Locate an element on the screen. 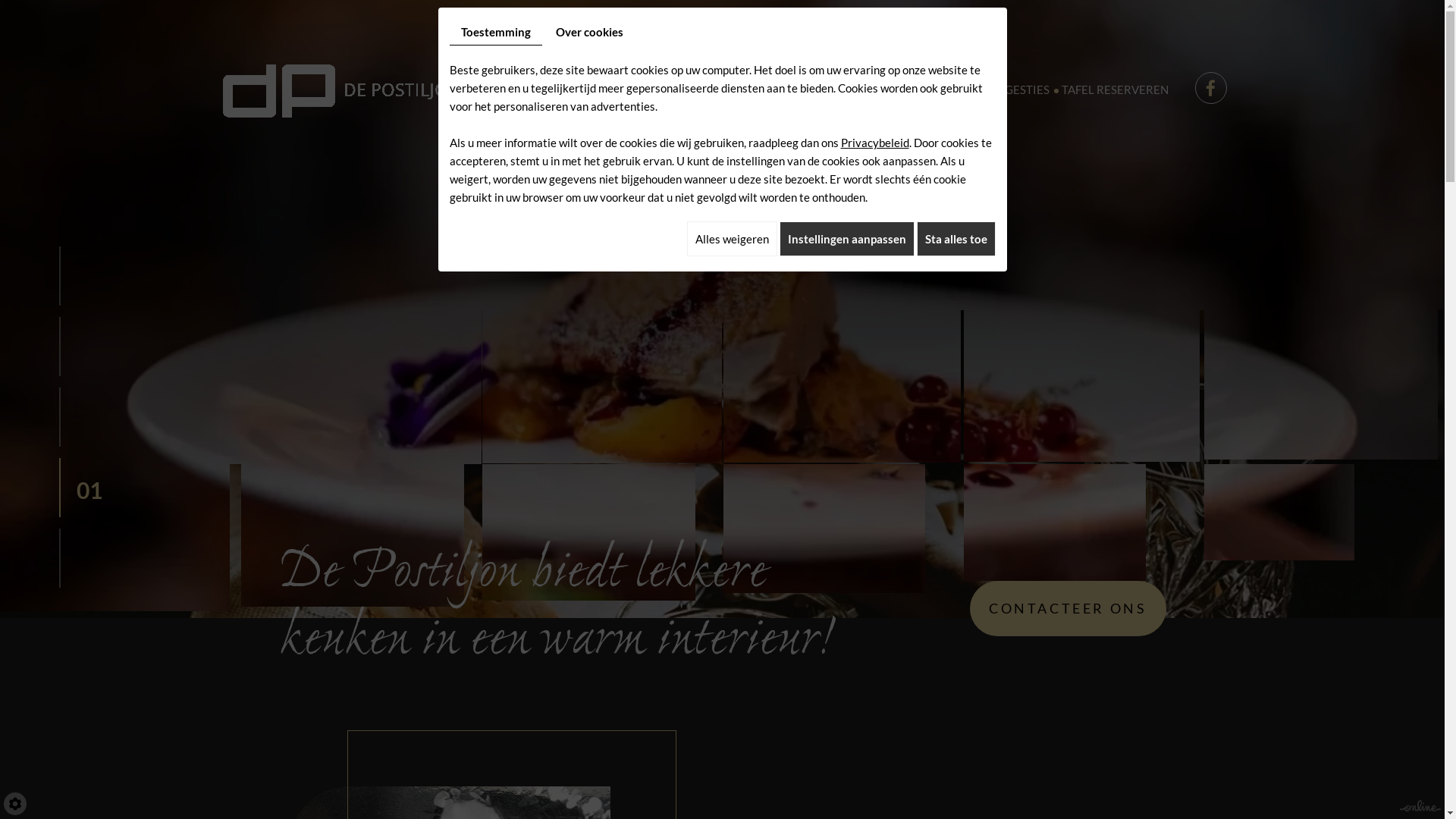  'TAFEL RESERVEREN' is located at coordinates (1055, 89).